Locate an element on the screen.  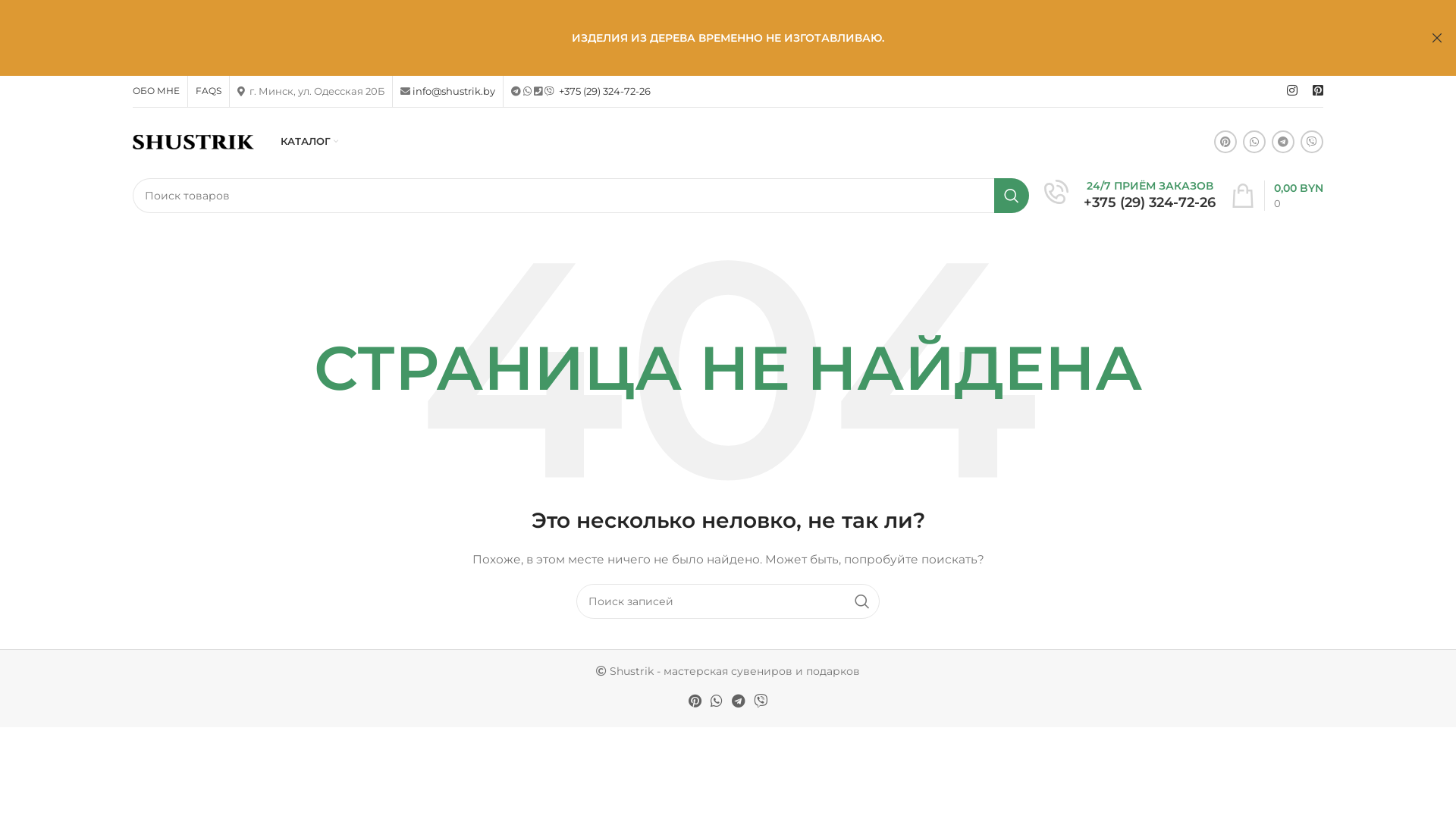
'+375 (29) 324-72-26' is located at coordinates (604, 90).